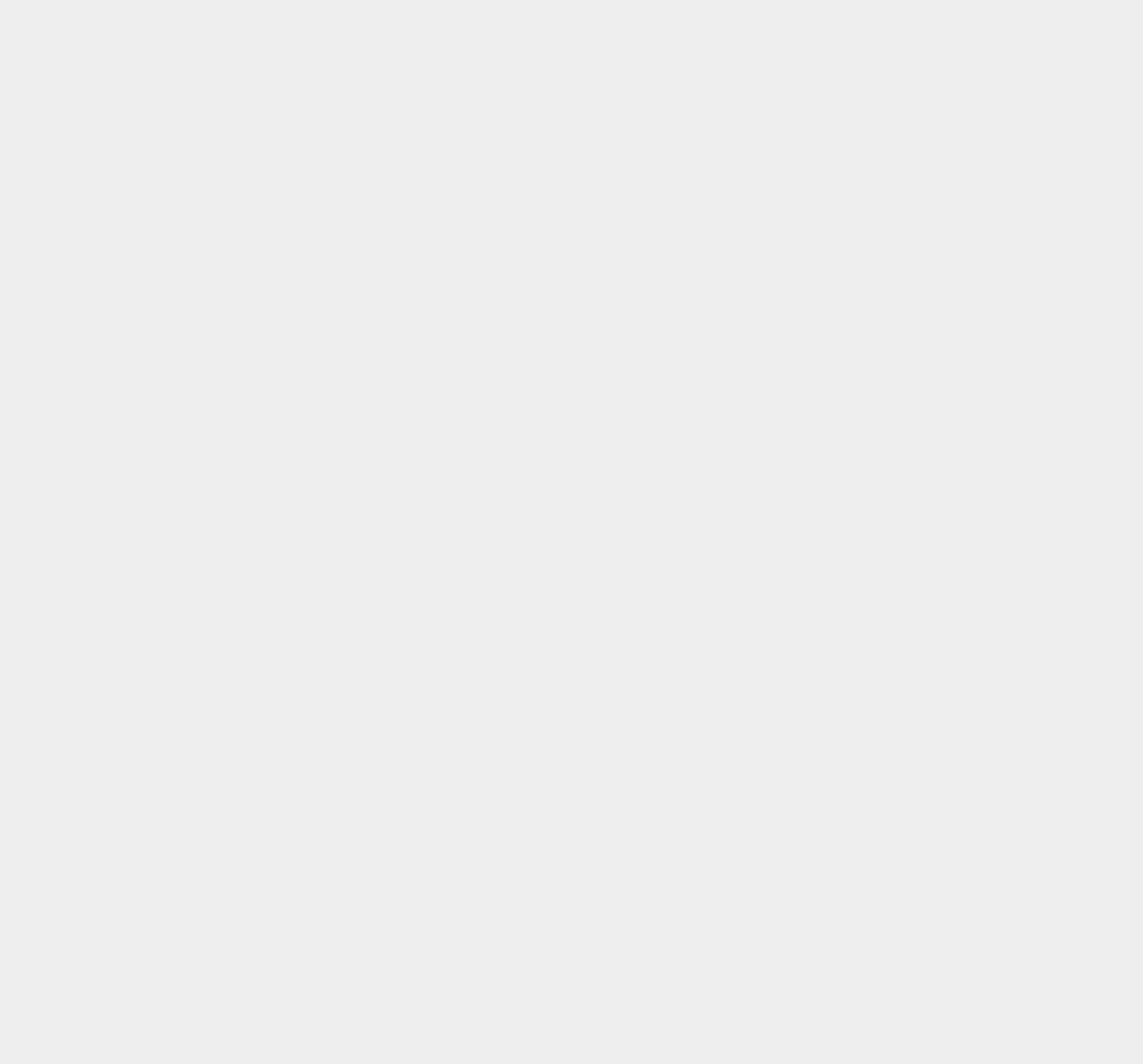 The height and width of the screenshot is (1064, 1143). I want to click on 'macOS High Sierra', so click(866, 840).